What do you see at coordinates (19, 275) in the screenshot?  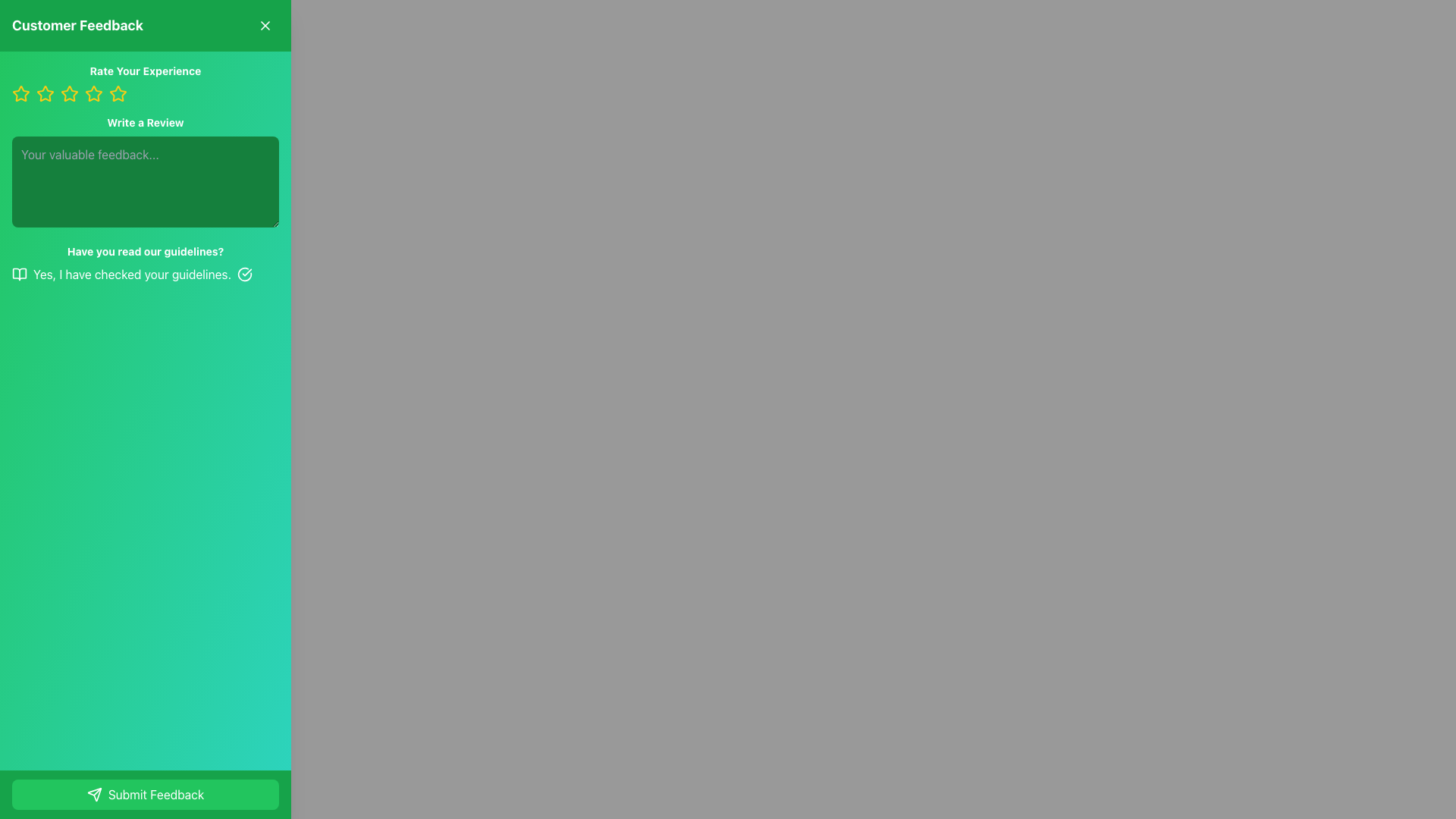 I see `the left-opened book icon, which is part of a vector graphic in the feedback panel located above the 'Yes, I have checked your guidelines' checkbox` at bounding box center [19, 275].